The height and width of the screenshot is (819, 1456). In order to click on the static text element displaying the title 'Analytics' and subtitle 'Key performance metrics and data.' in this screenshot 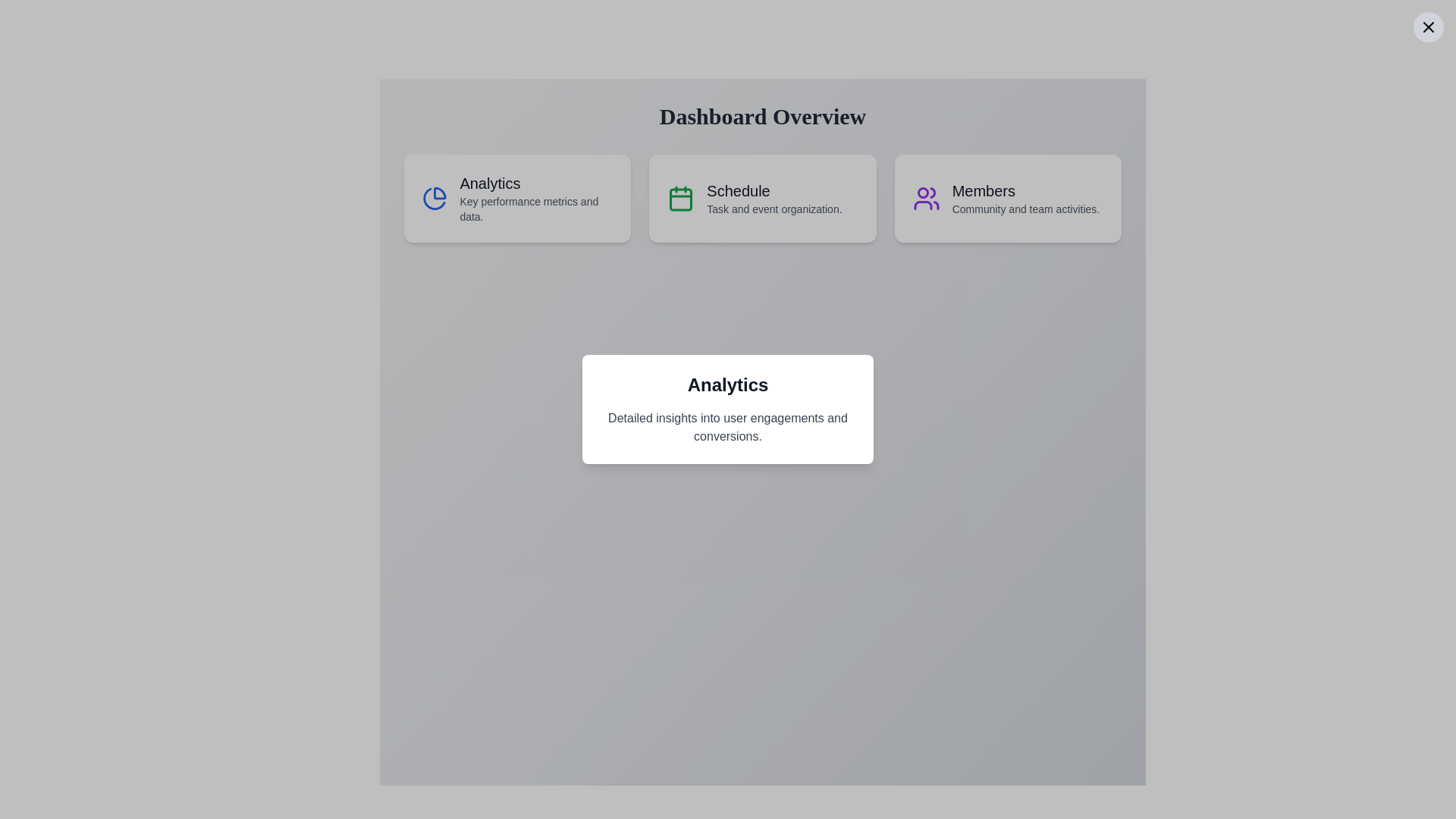, I will do `click(536, 198)`.